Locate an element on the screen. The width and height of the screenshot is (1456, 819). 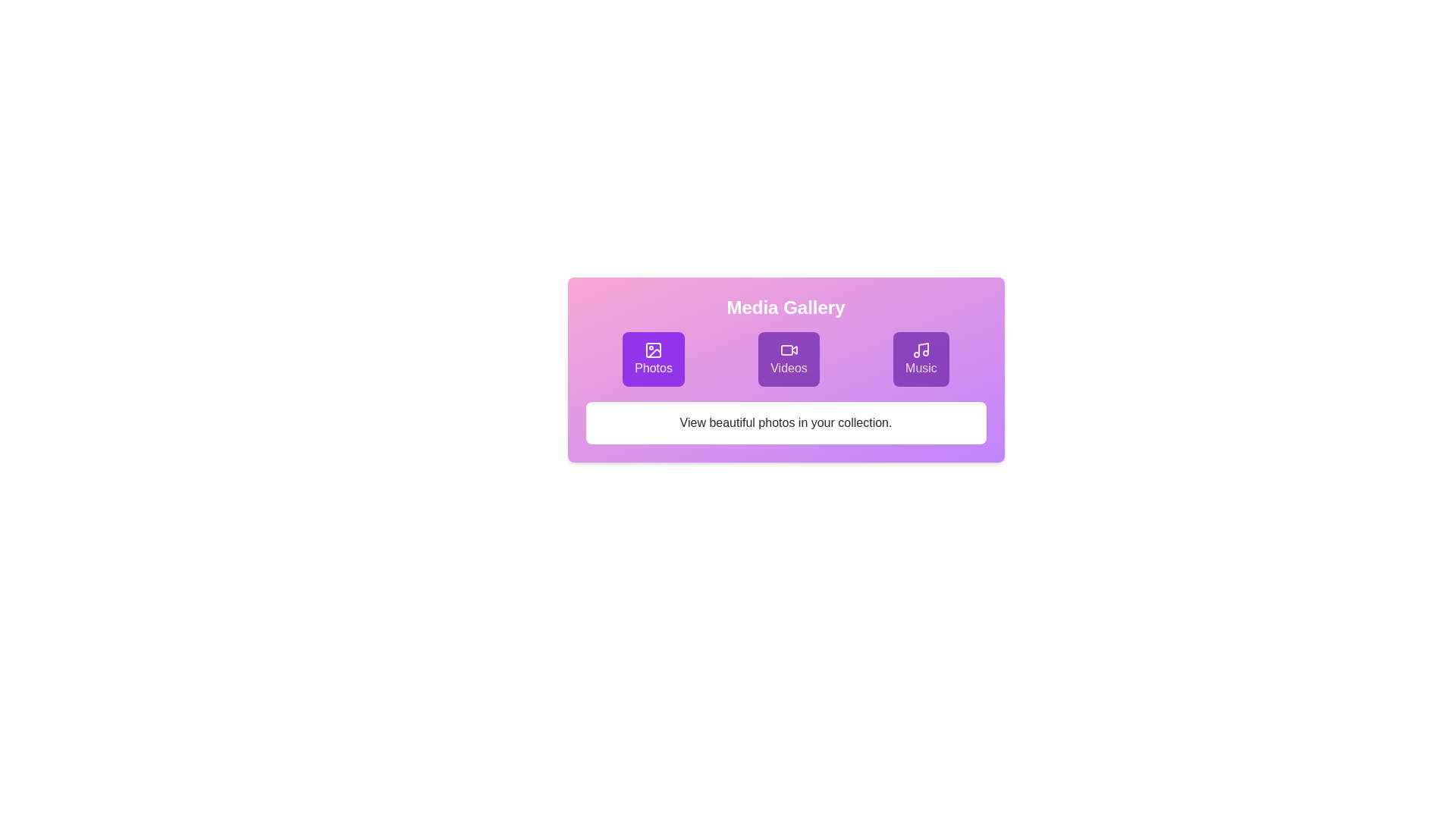
the Music tab in the Media Gallery is located at coordinates (920, 359).